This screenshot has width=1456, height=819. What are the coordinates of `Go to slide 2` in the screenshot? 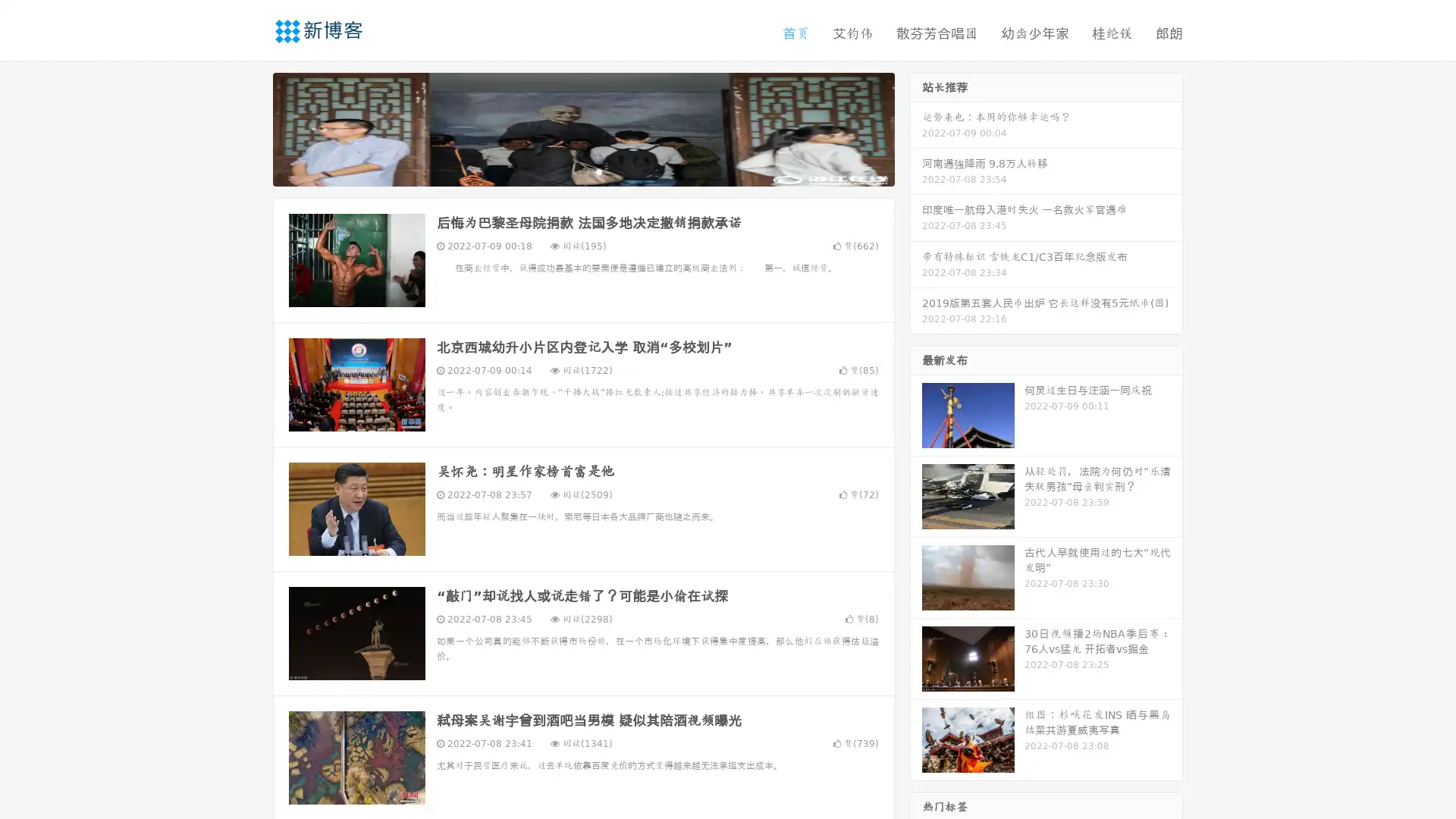 It's located at (582, 171).